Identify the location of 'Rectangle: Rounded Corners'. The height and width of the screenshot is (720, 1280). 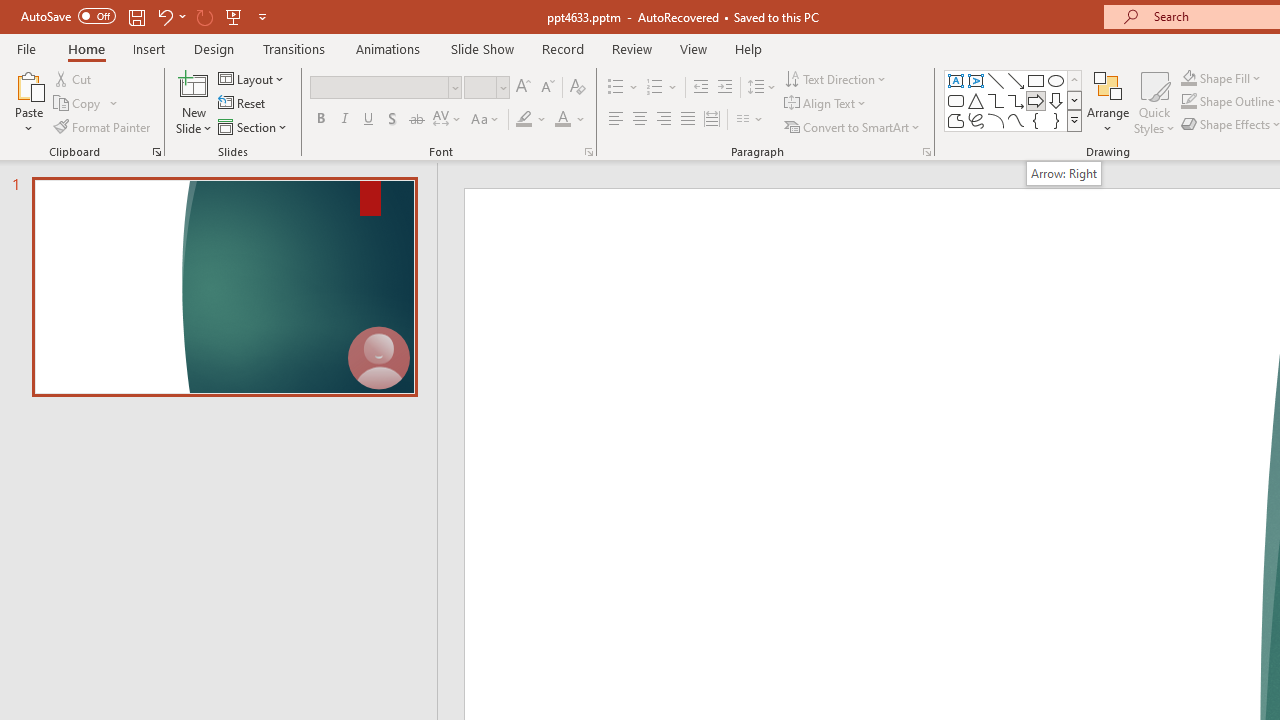
(955, 100).